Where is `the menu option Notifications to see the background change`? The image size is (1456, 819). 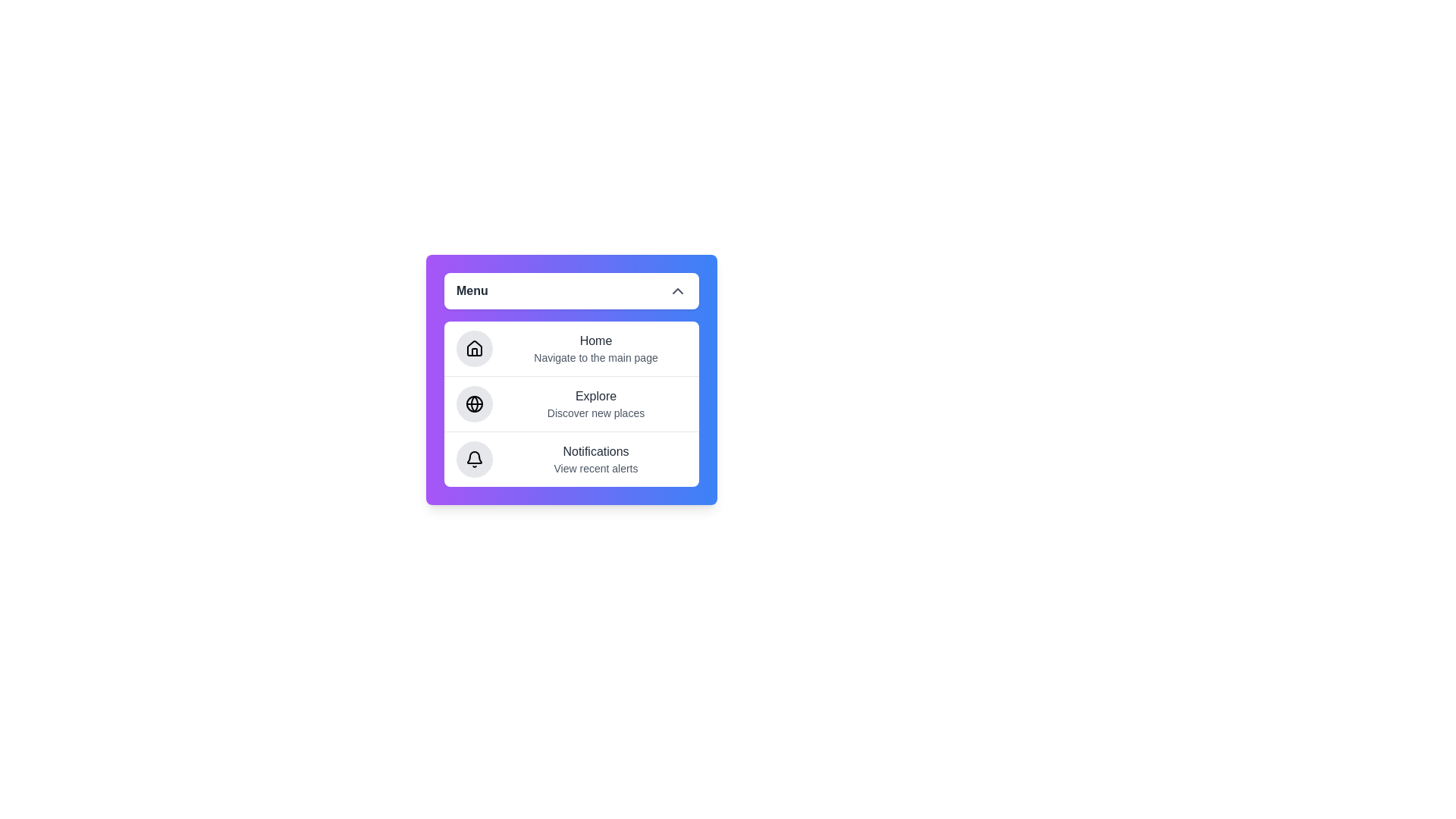 the menu option Notifications to see the background change is located at coordinates (570, 458).